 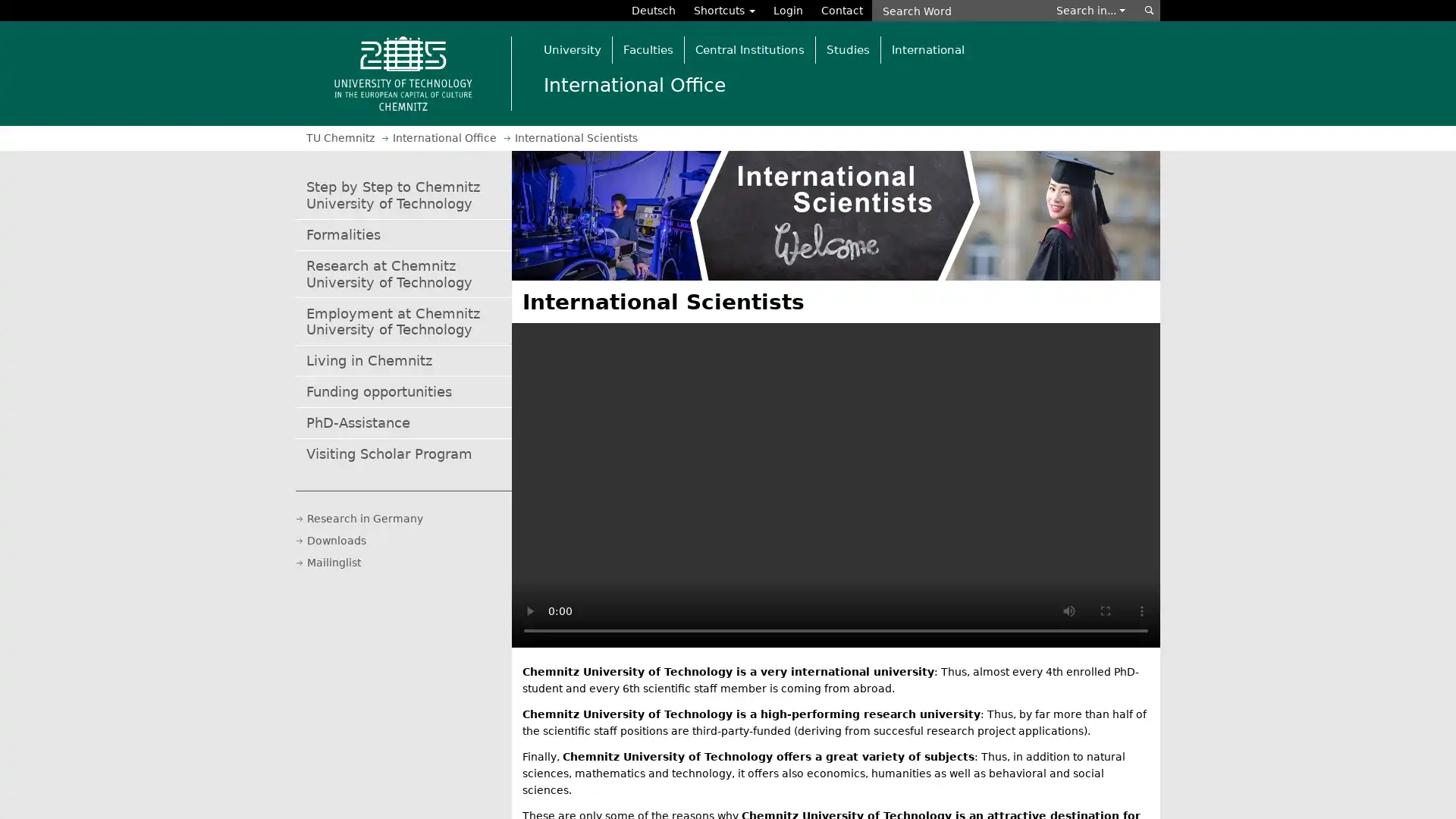 I want to click on Faculties, so click(x=648, y=49).